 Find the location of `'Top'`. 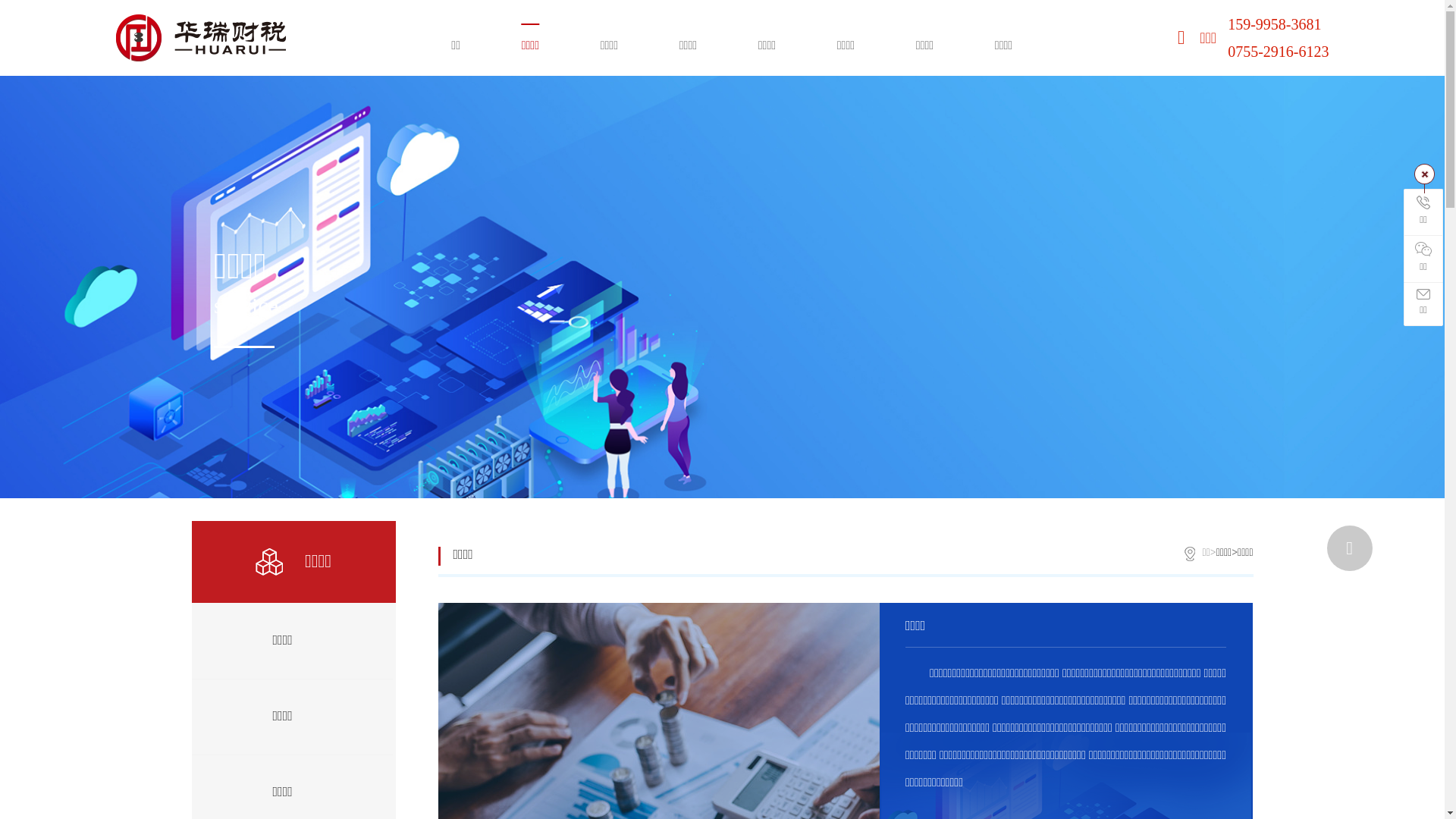

'Top' is located at coordinates (1350, 548).